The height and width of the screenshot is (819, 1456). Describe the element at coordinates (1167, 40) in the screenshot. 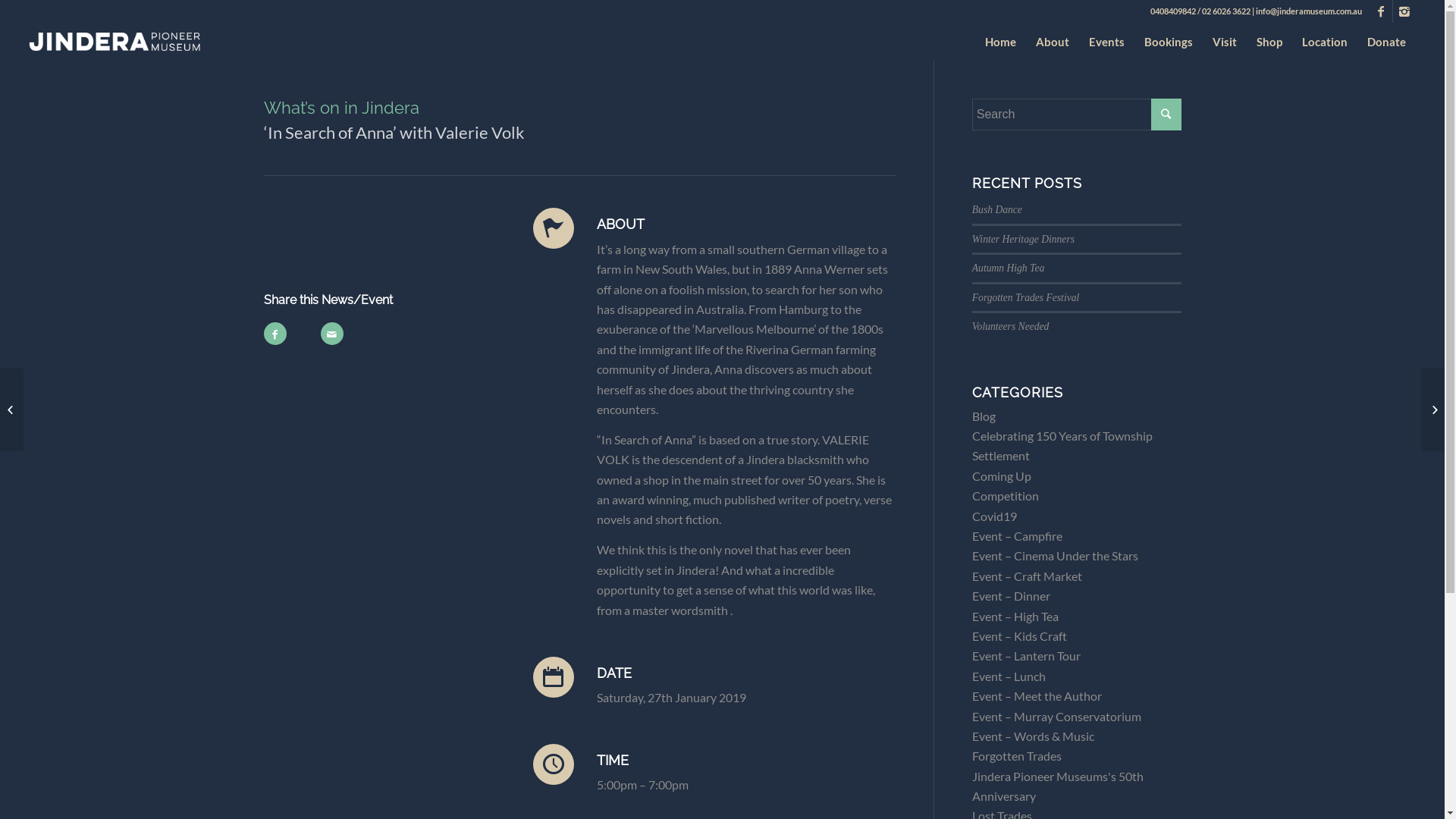

I see `'Bookings'` at that location.